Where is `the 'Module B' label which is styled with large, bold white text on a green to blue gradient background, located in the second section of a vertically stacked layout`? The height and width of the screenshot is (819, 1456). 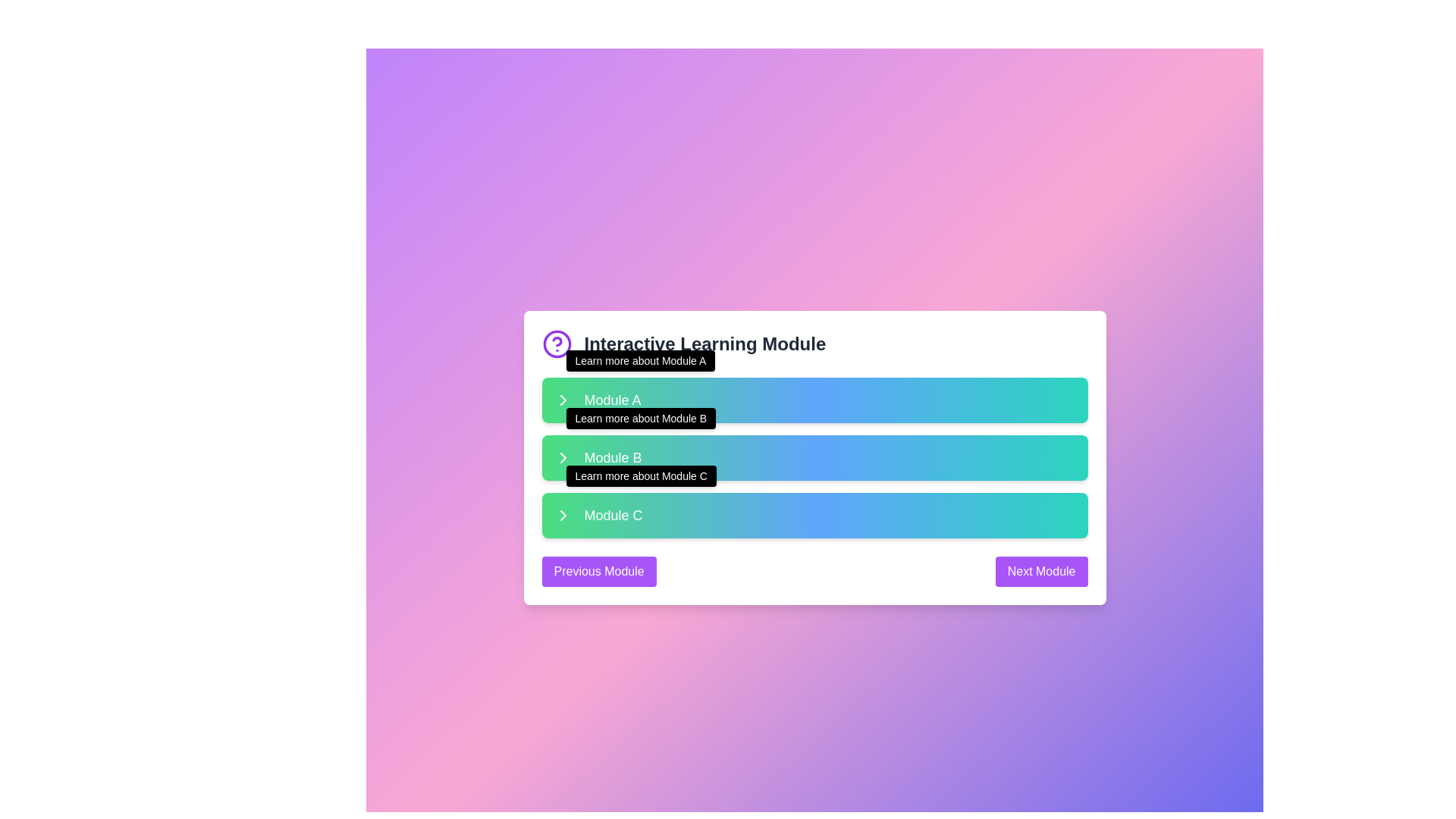 the 'Module B' label which is styled with large, bold white text on a green to blue gradient background, located in the second section of a vertically stacked layout is located at coordinates (613, 457).